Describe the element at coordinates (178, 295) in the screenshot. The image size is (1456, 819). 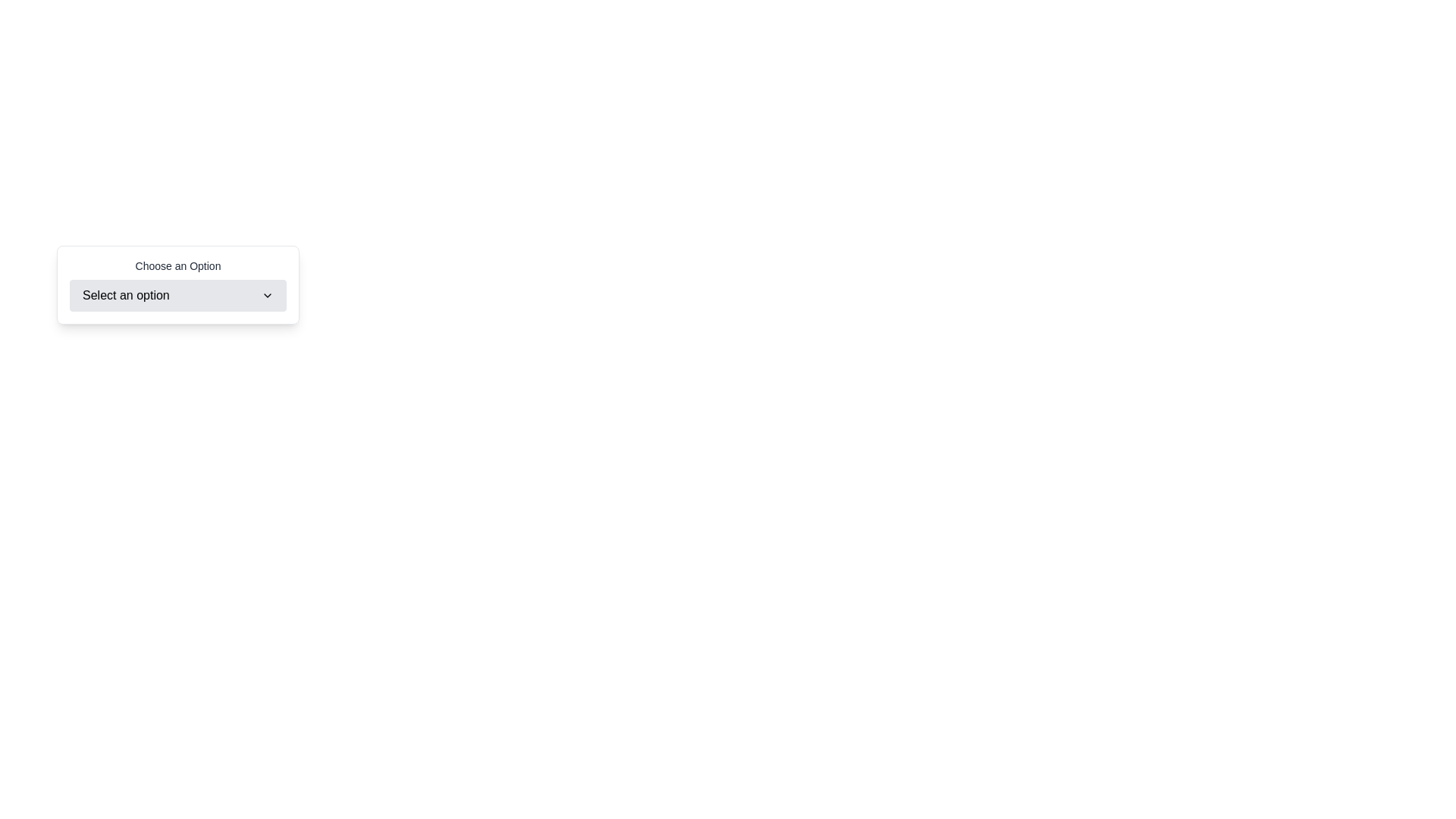
I see `the Dropdown menu located beneath the title 'Choose an Option'` at that location.